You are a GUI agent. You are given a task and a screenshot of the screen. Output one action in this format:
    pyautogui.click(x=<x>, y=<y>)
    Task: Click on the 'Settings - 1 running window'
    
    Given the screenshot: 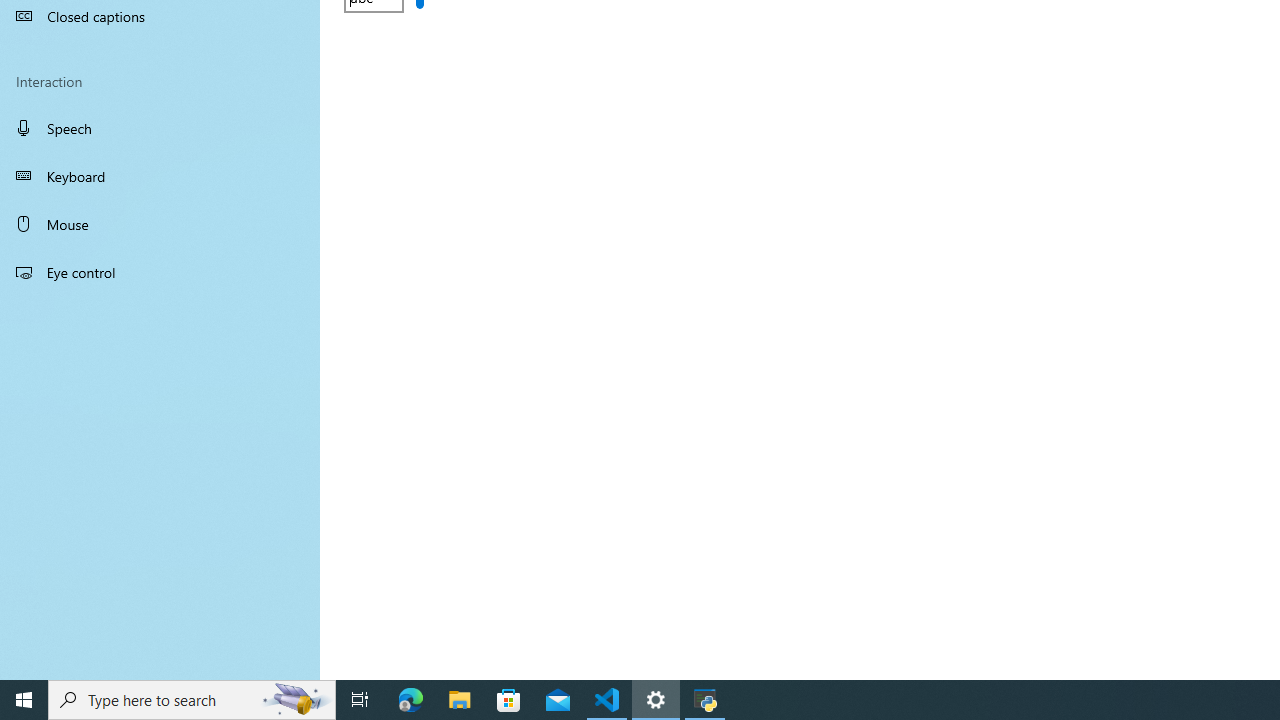 What is the action you would take?
    pyautogui.click(x=656, y=698)
    